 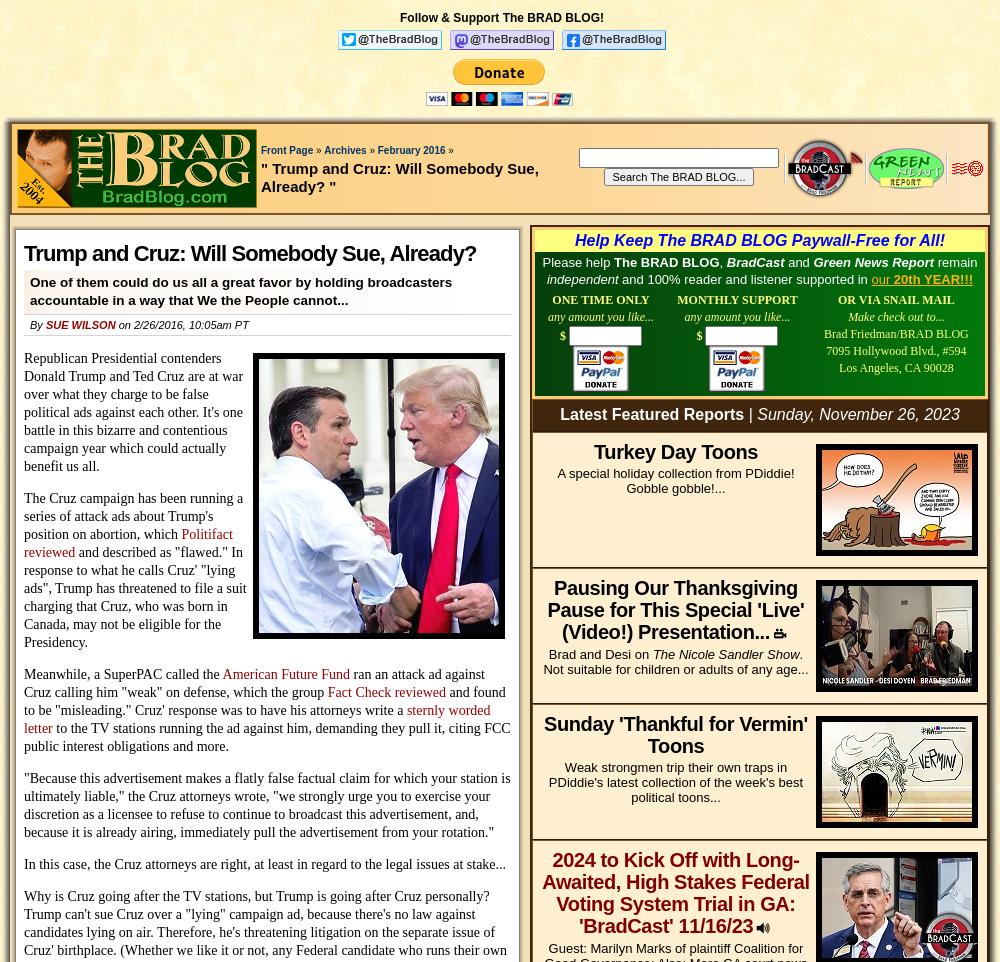 I want to click on 'The Nicole Sandler Show', so click(x=724, y=653).